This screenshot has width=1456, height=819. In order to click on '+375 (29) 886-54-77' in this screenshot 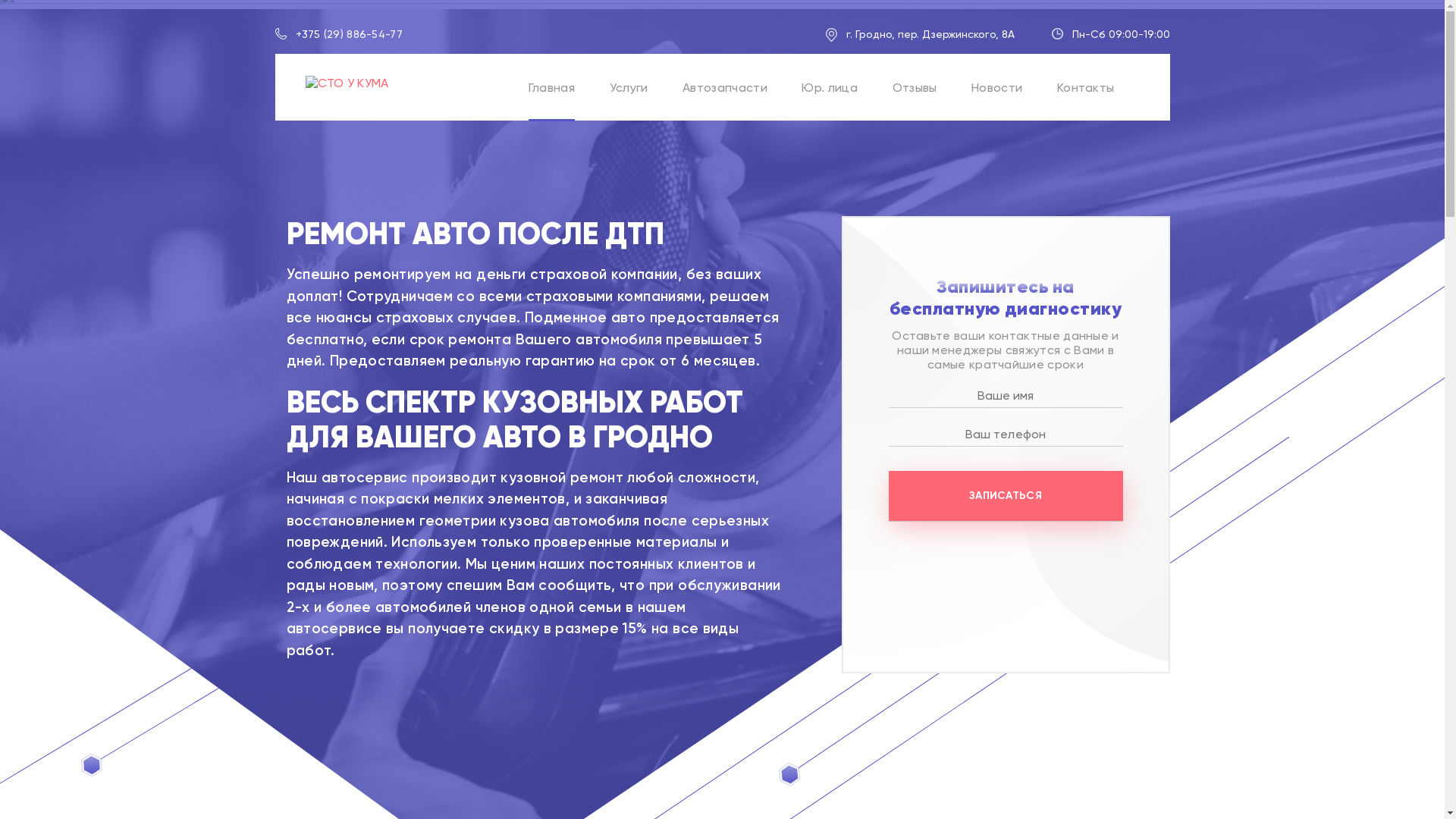, I will do `click(348, 34)`.